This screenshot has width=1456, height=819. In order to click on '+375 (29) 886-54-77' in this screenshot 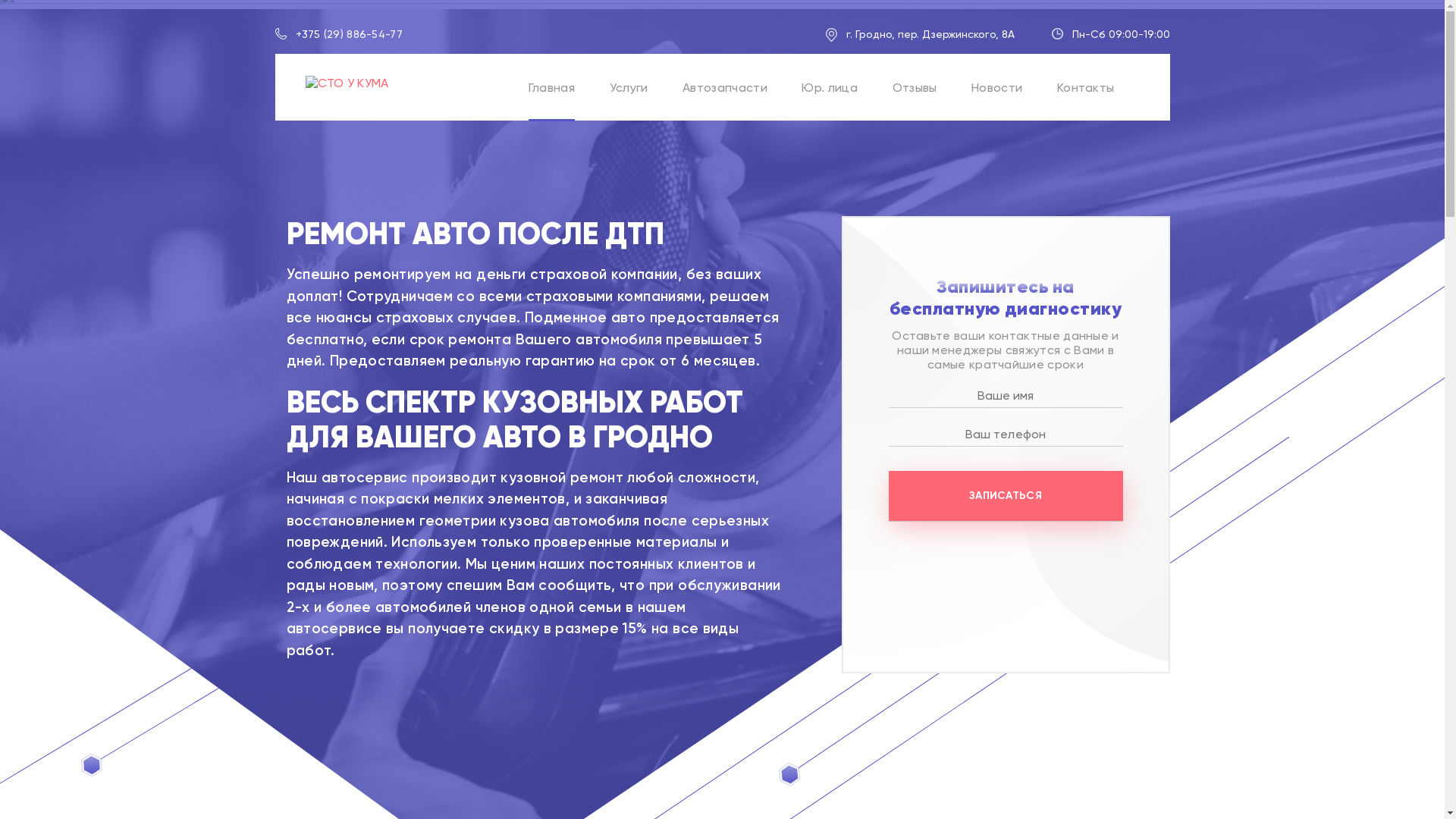, I will do `click(348, 34)`.